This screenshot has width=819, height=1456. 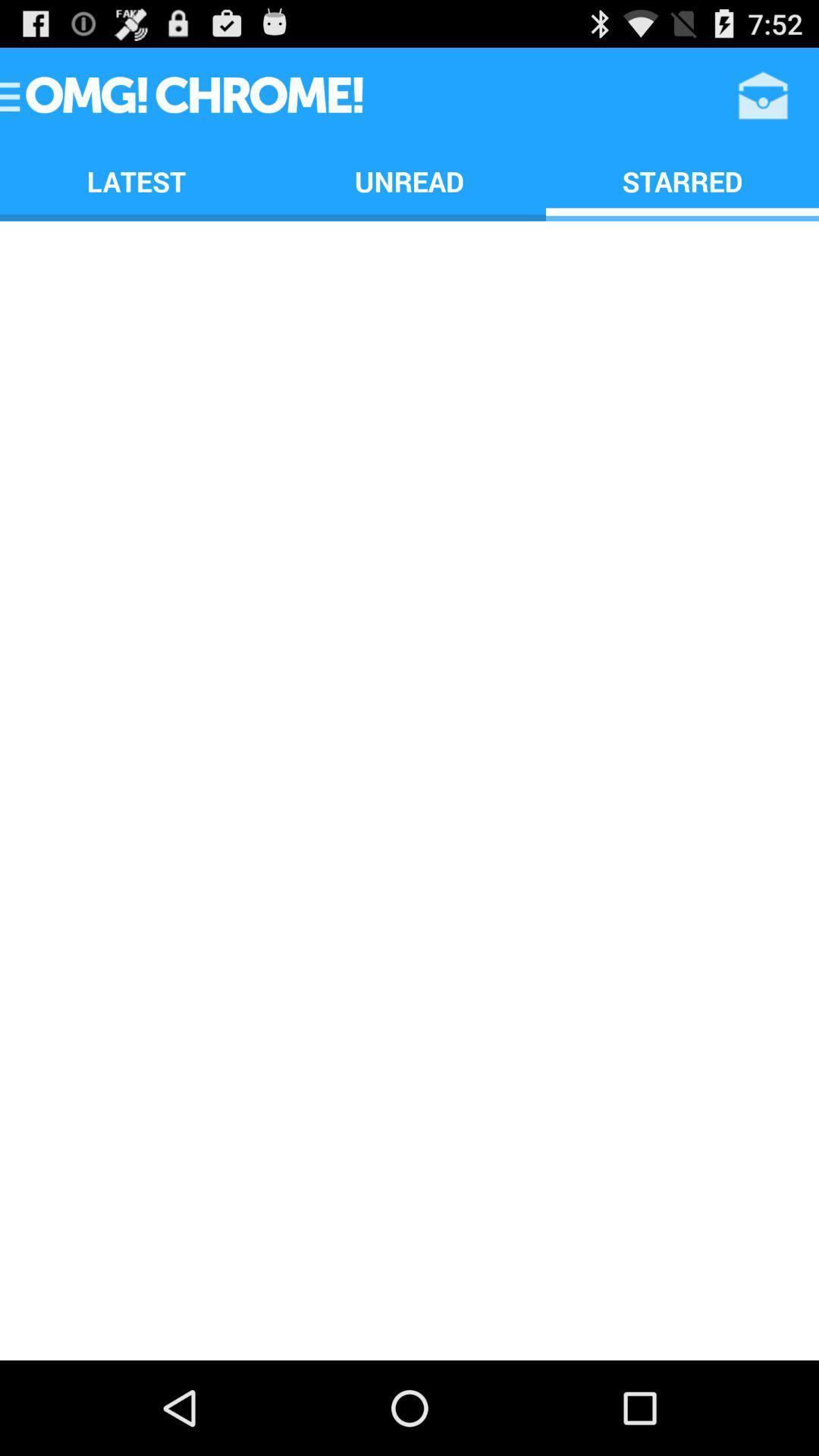 What do you see at coordinates (409, 181) in the screenshot?
I see `the unread` at bounding box center [409, 181].